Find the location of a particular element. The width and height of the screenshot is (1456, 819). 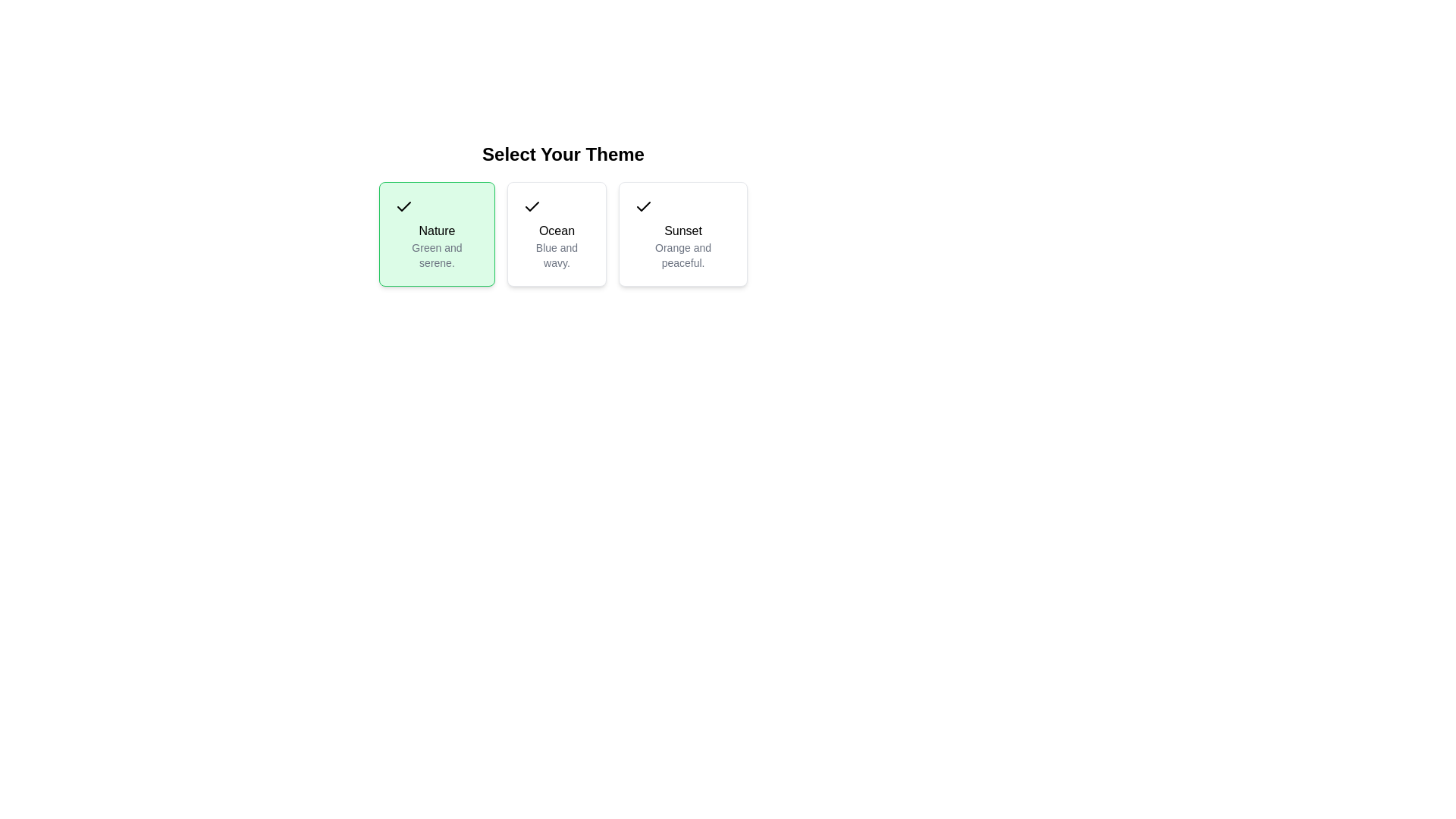

text block labeled 'Select Your Theme', which is styled in a large, bold font and positioned above the theme selection options is located at coordinates (563, 155).